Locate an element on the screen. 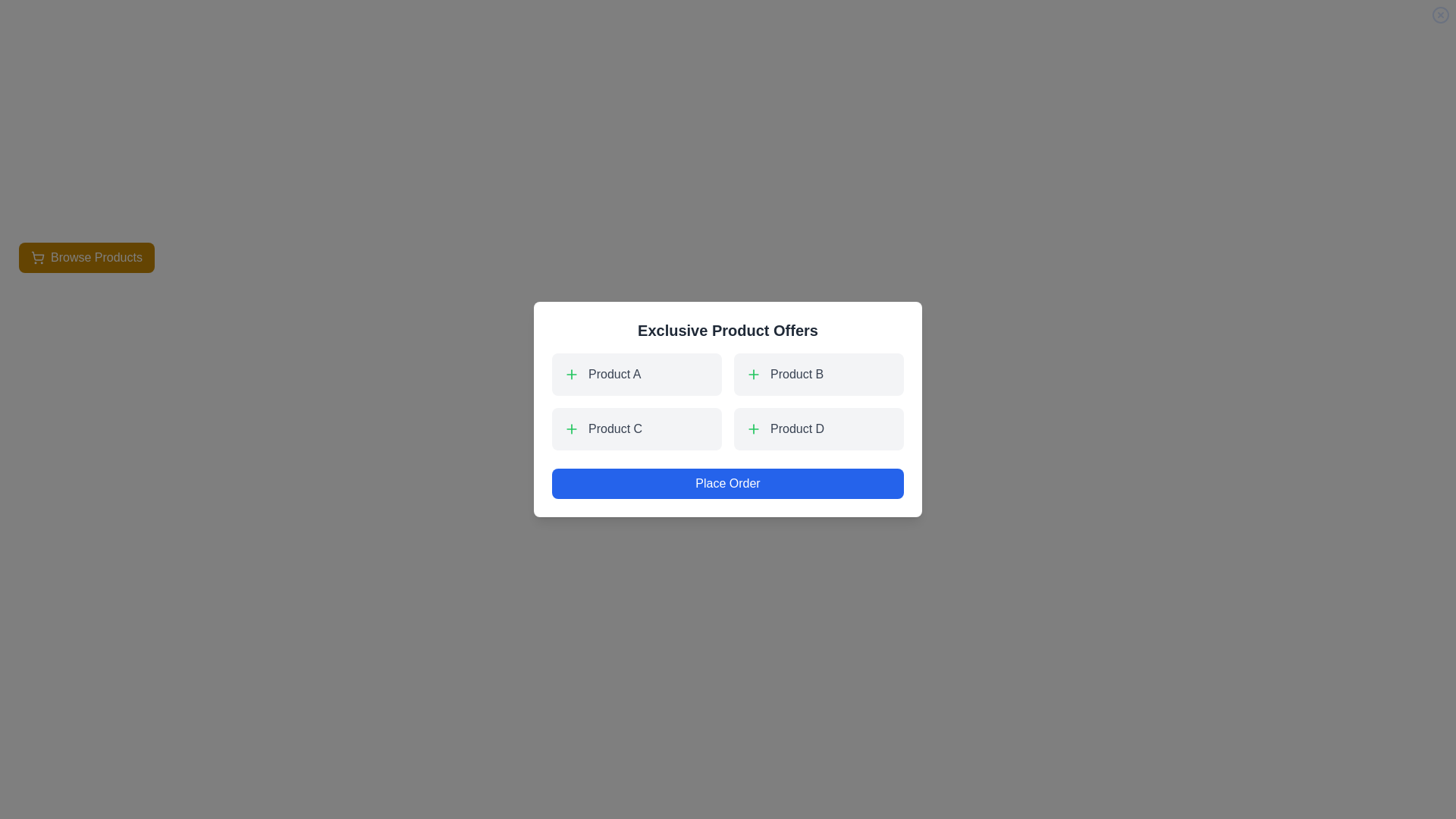 The height and width of the screenshot is (819, 1456). the green plus icon button located to the left of the text 'Product A' in the 'Exclusive Product Offers' modal is located at coordinates (570, 374).